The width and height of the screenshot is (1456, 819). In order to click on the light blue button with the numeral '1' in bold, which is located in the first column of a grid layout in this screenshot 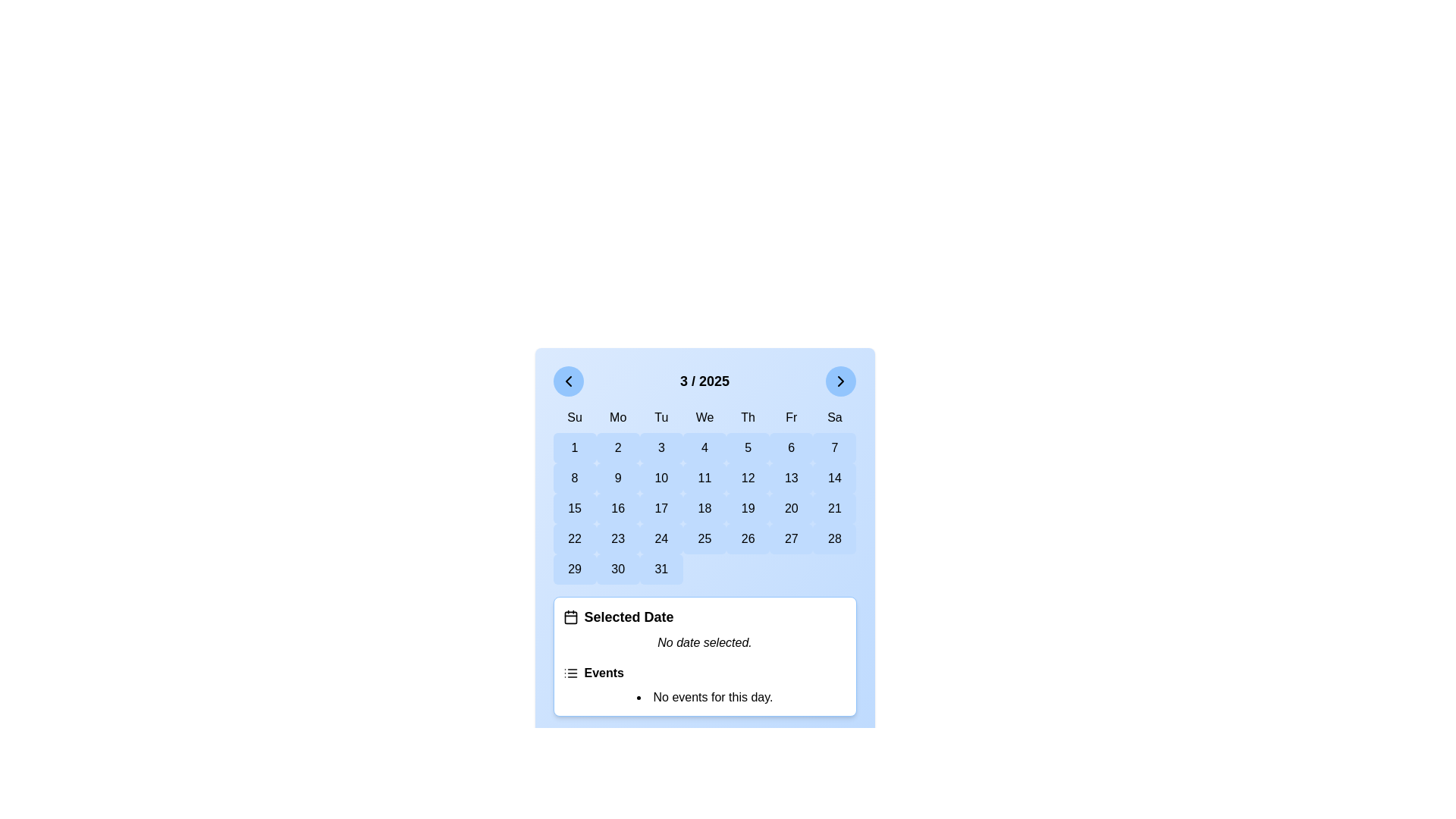, I will do `click(574, 447)`.